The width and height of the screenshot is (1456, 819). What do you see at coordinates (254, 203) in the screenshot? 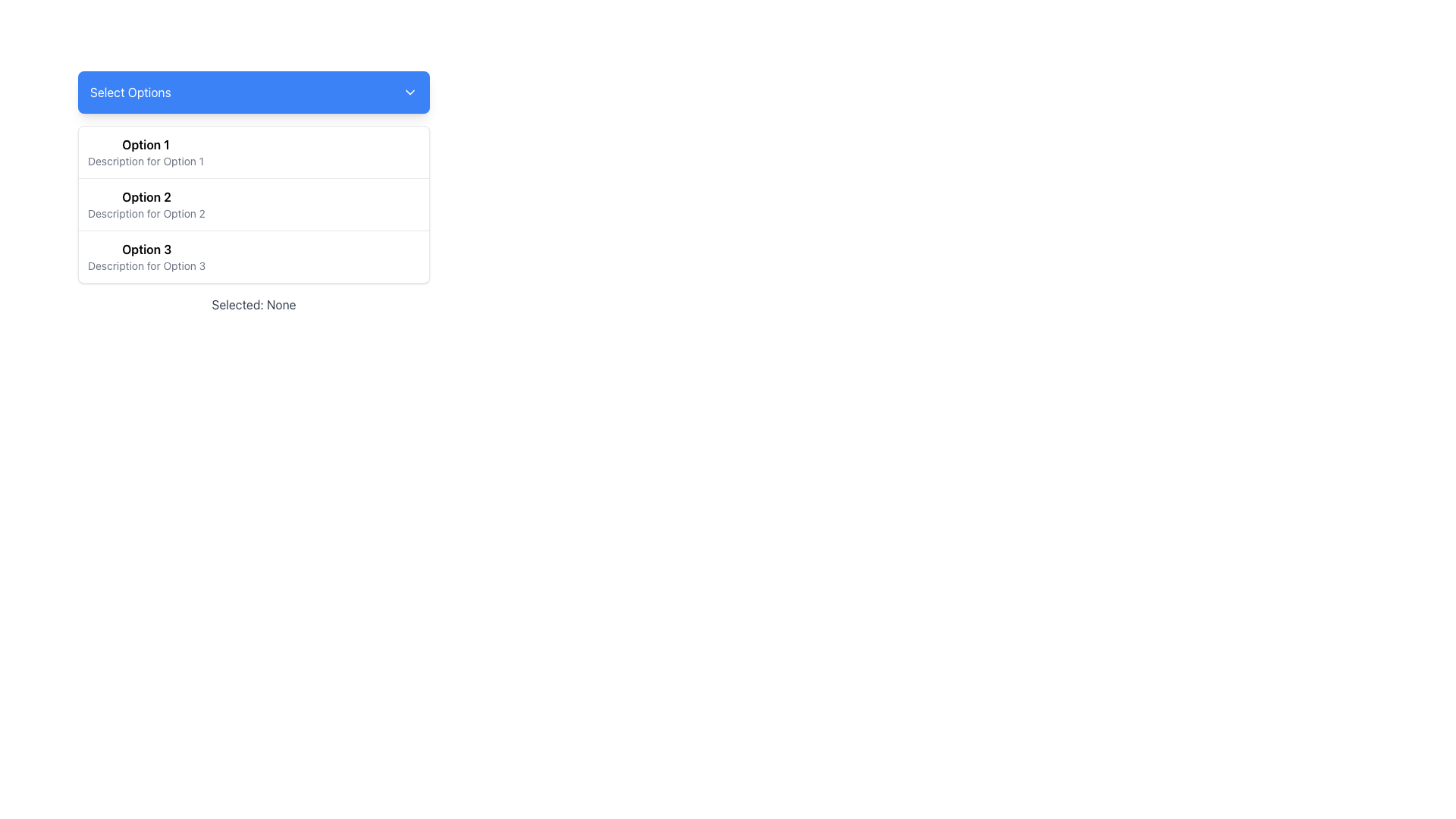
I see `the second item labeled 'Option 2' in the dropdown menu` at bounding box center [254, 203].